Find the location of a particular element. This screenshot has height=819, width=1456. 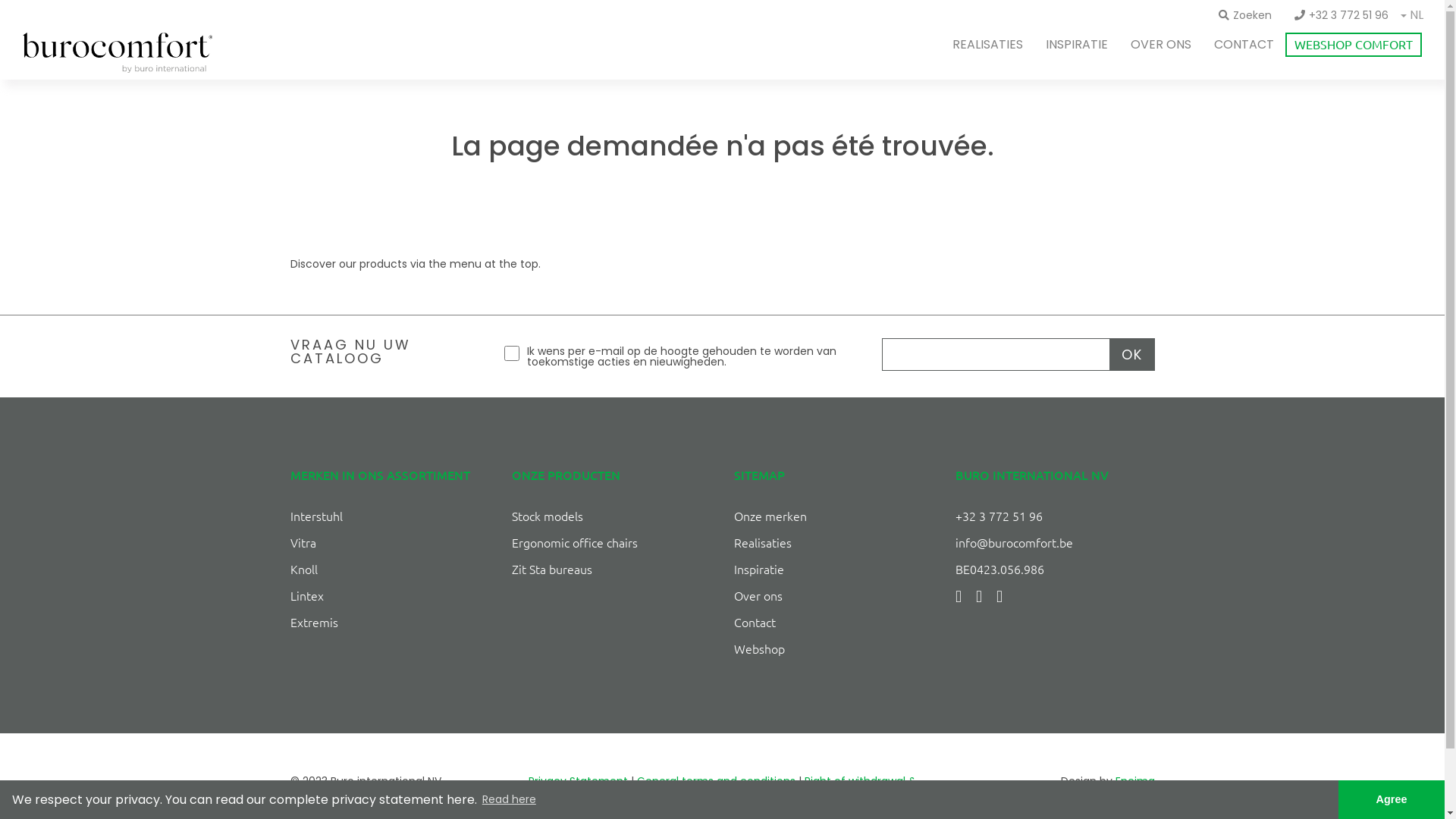

'Lintex' is located at coordinates (305, 595).